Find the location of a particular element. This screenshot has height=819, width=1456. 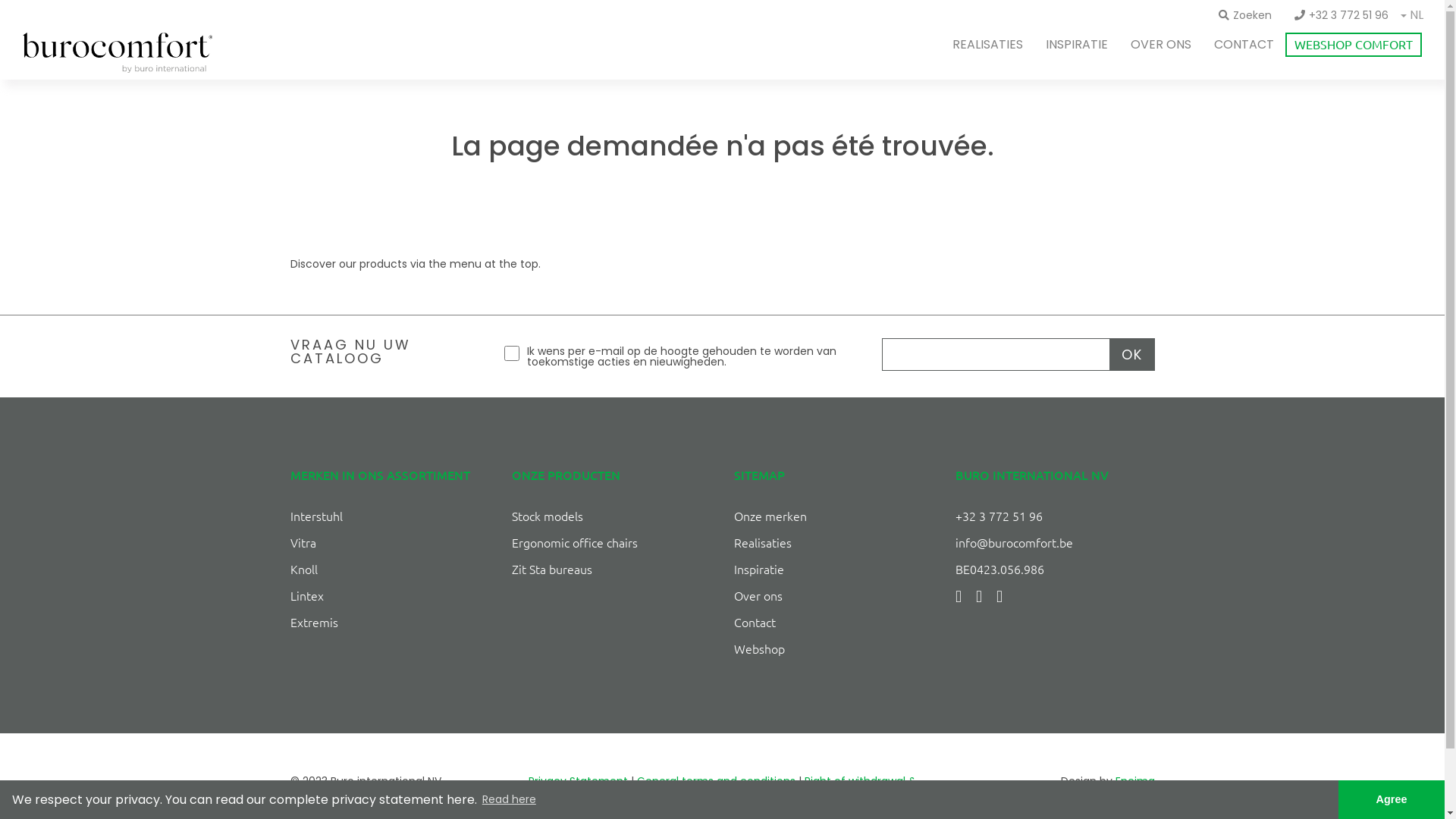

'Lintex' is located at coordinates (305, 595).